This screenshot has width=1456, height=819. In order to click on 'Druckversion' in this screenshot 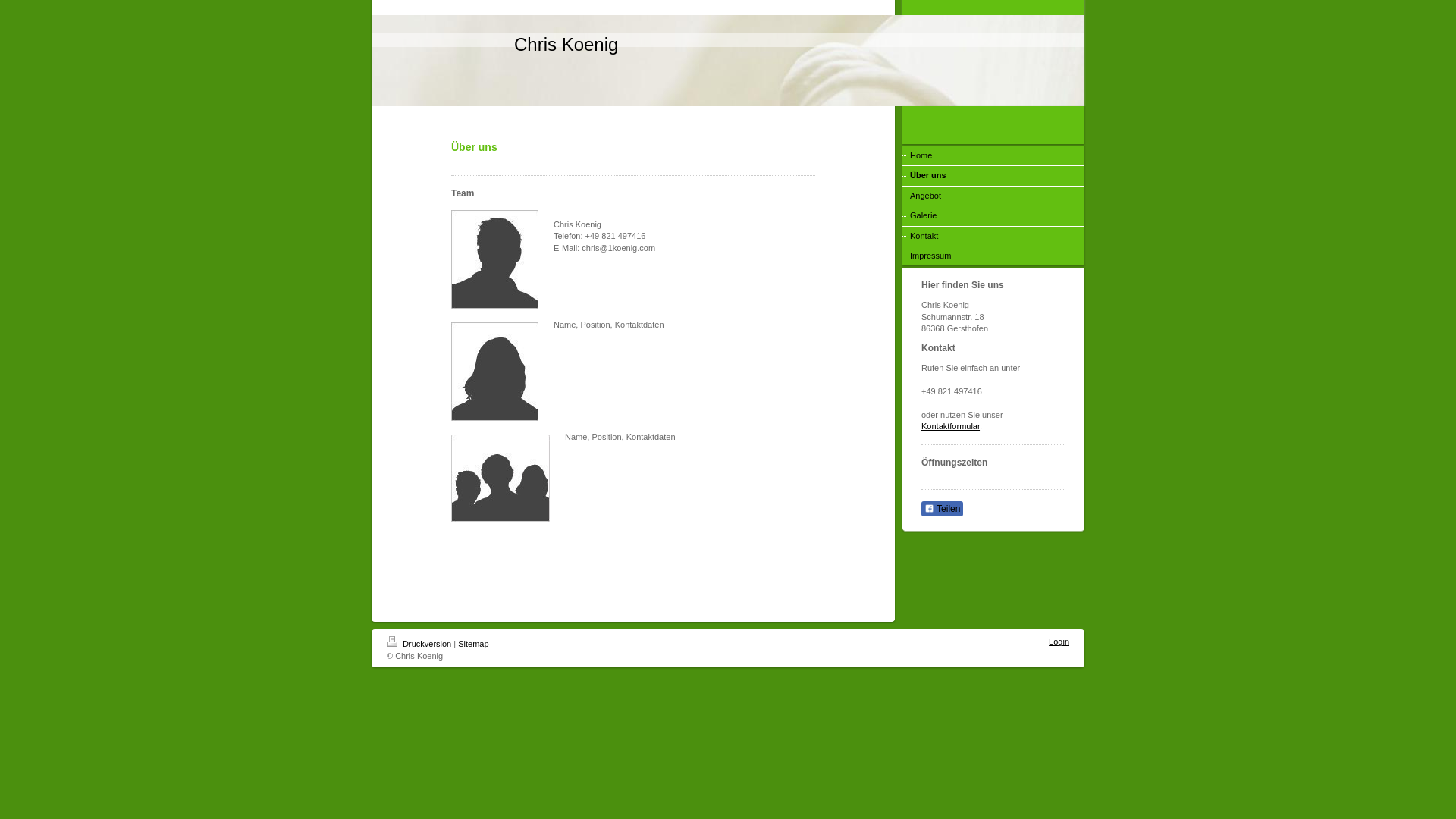, I will do `click(419, 643)`.